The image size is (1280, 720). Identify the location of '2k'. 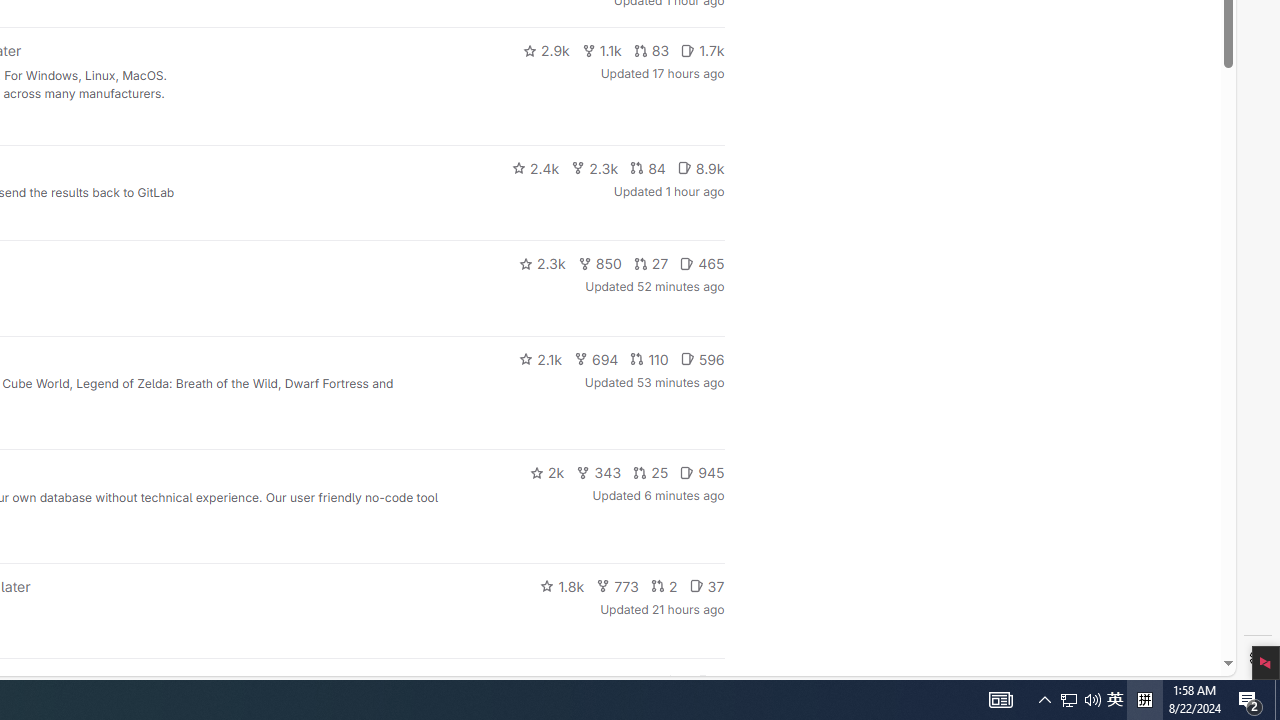
(546, 473).